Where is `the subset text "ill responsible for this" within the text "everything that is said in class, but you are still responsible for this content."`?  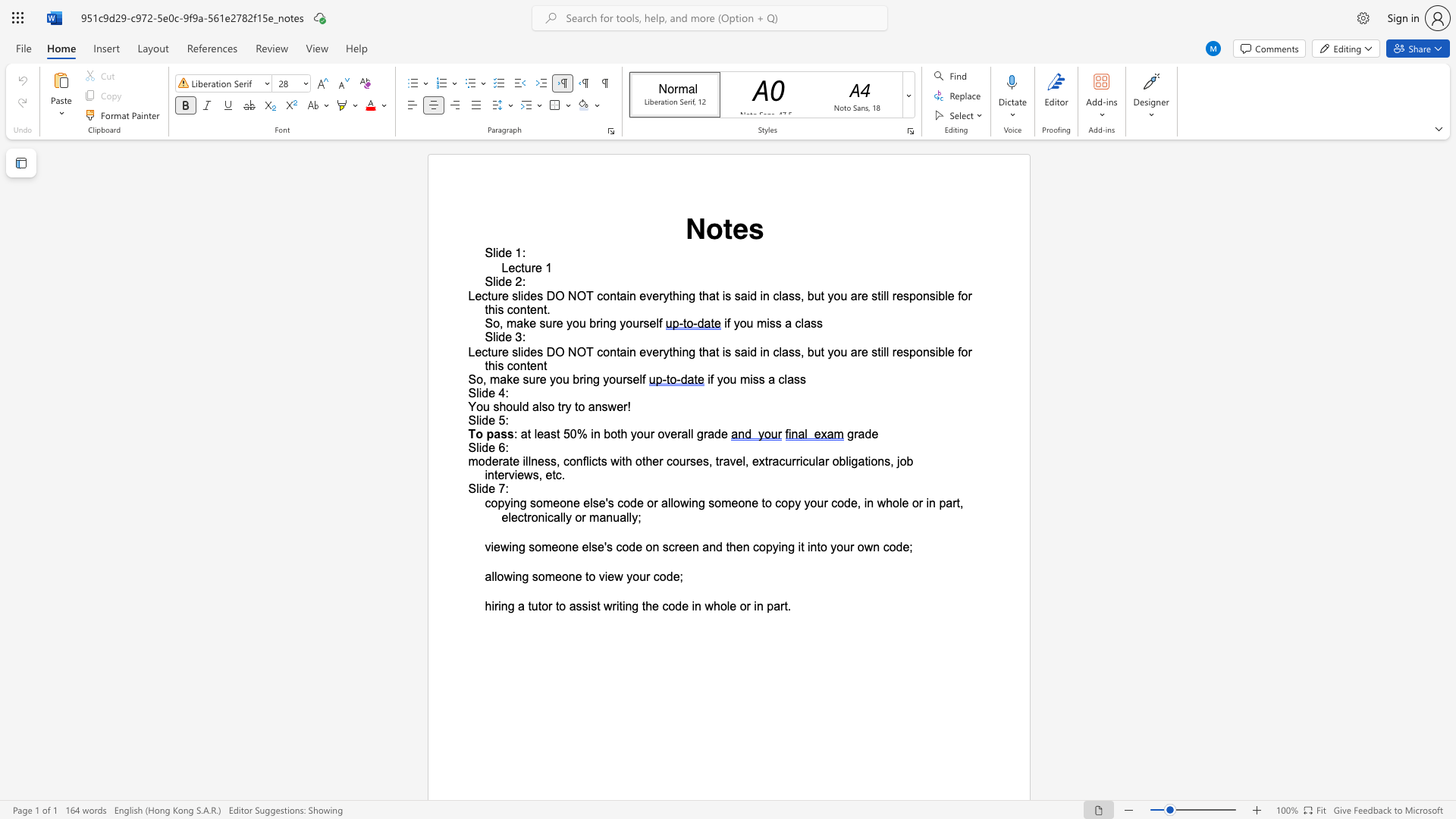 the subset text "ill responsible for this" within the text "everything that is said in class, but you are still responsible for this content." is located at coordinates (880, 296).